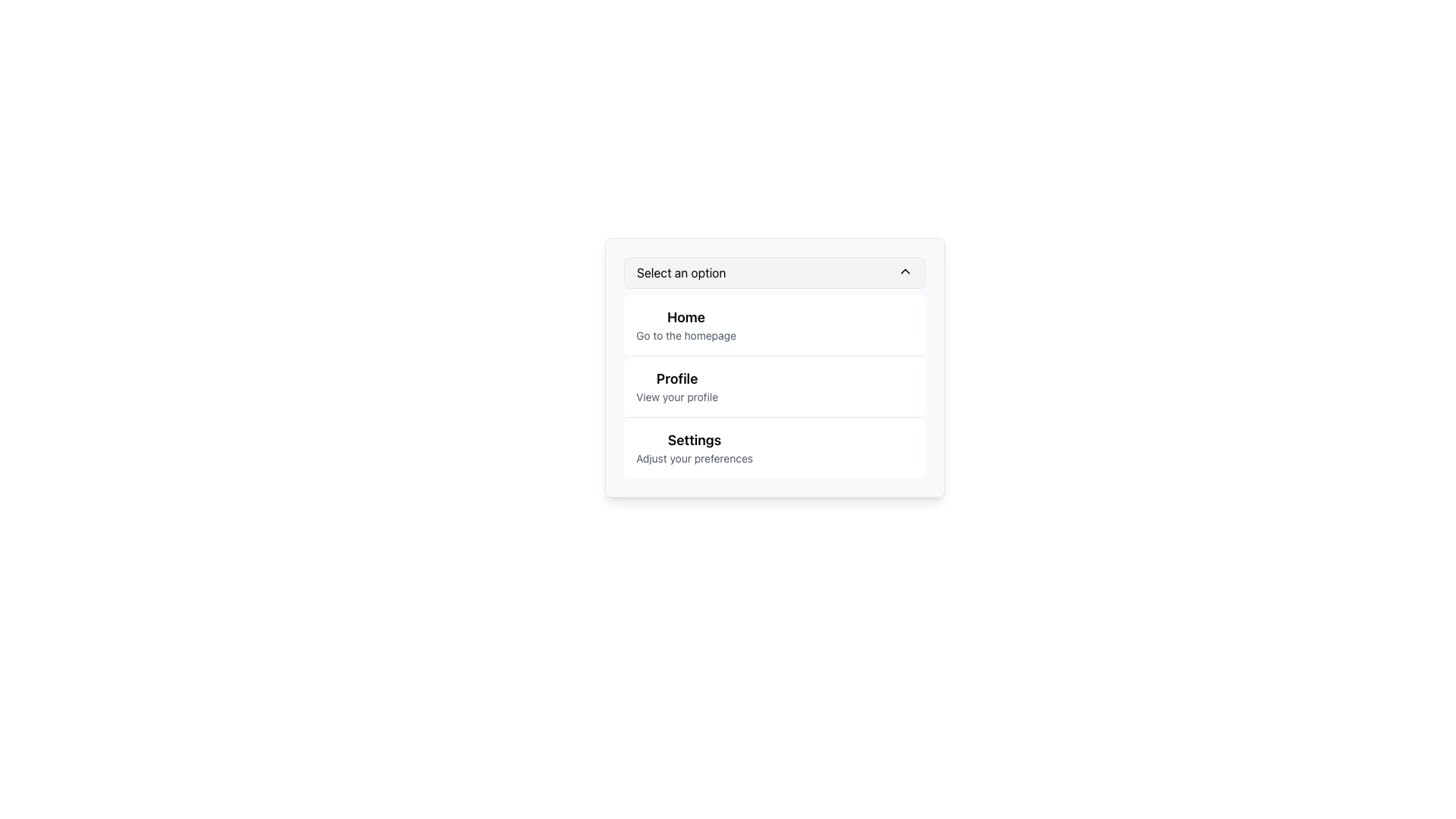  What do you see at coordinates (694, 441) in the screenshot?
I see `the bold 'Settings' text label in the dropdown menu` at bounding box center [694, 441].